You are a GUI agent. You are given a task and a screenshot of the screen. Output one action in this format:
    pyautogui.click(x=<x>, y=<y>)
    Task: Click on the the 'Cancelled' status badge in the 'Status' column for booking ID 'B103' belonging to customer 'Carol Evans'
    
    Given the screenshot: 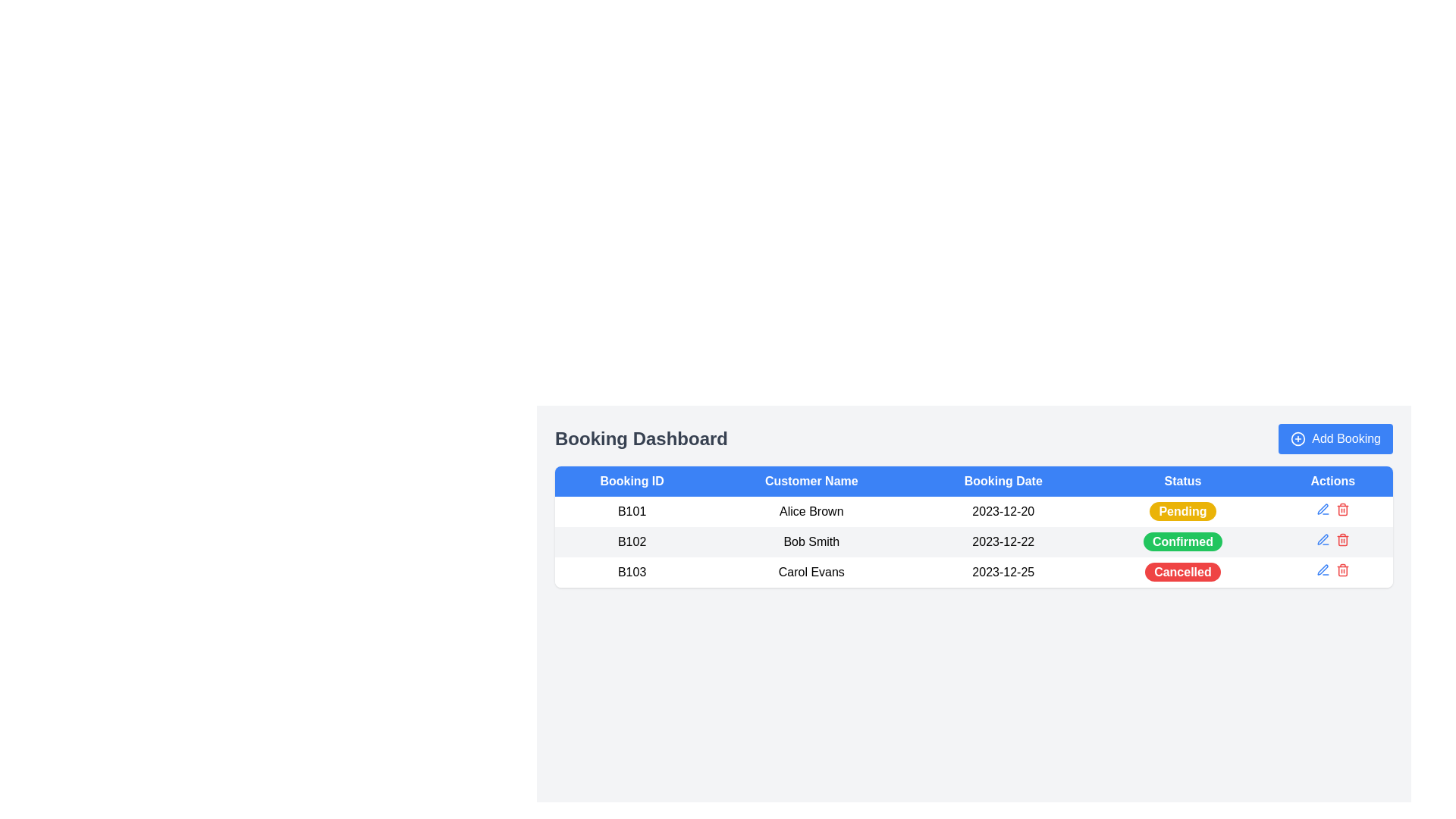 What is the action you would take?
    pyautogui.click(x=1182, y=573)
    